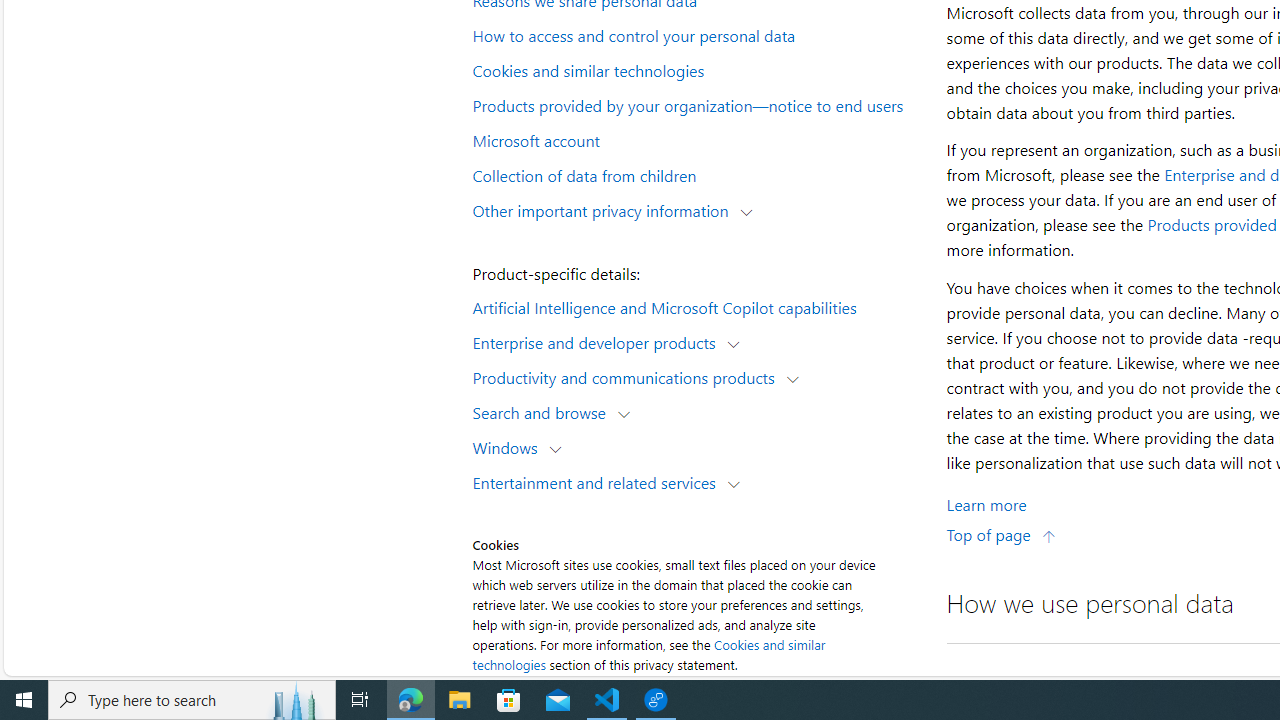 The height and width of the screenshot is (720, 1280). I want to click on 'Other important privacy information', so click(604, 209).